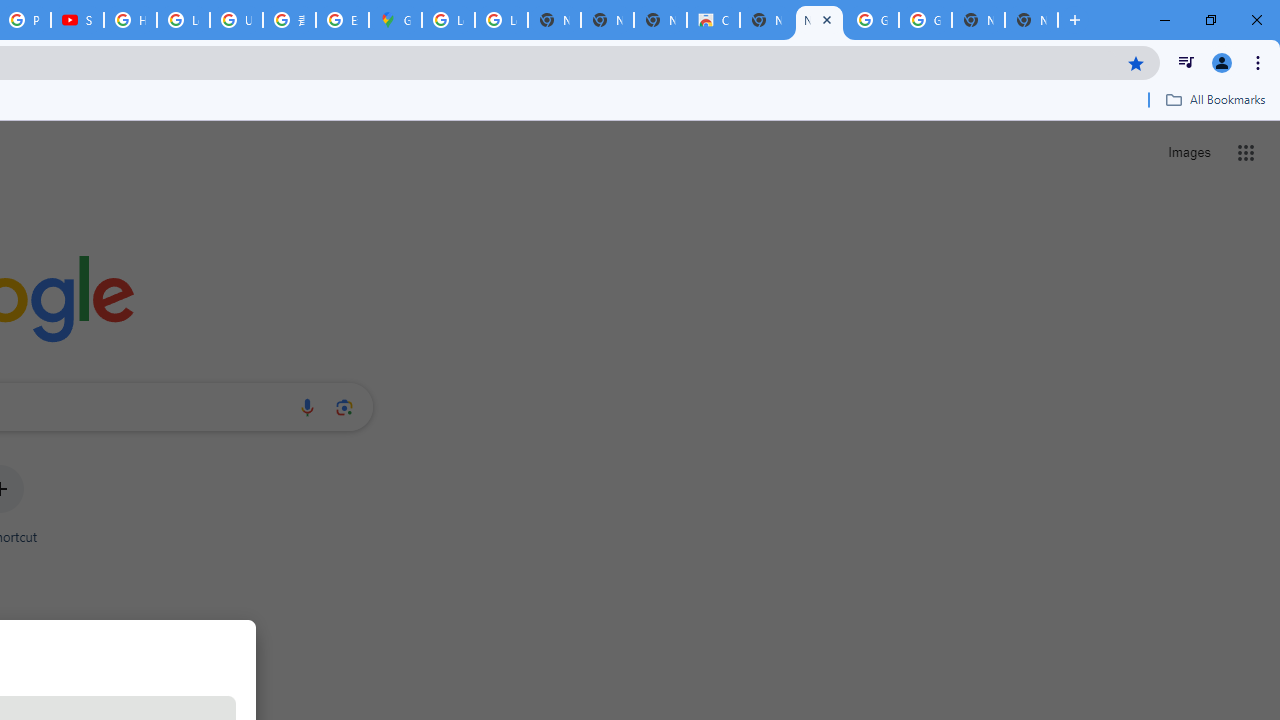 The width and height of the screenshot is (1280, 720). I want to click on 'Subscriptions - YouTube', so click(77, 20).